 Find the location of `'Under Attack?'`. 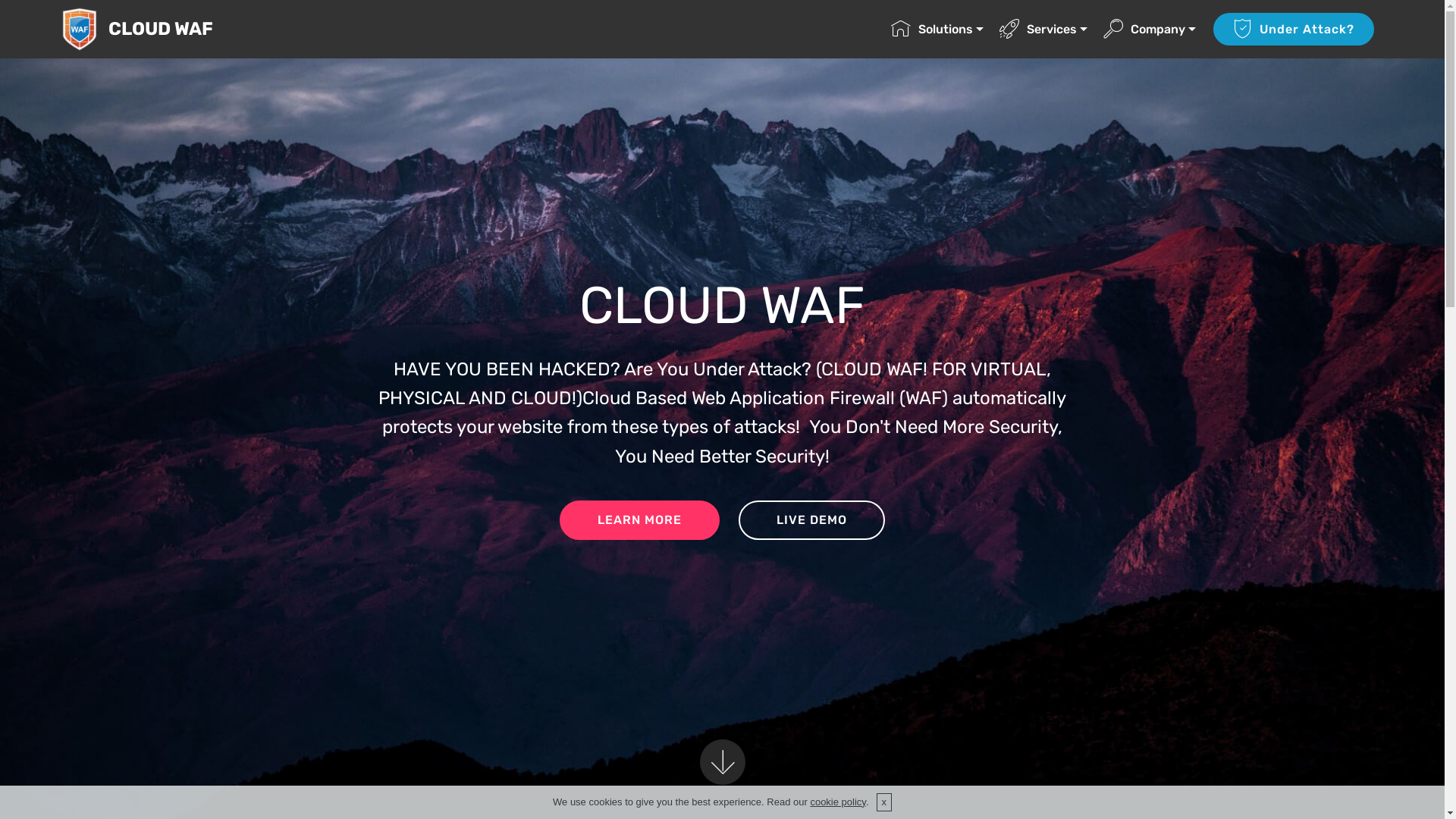

'Under Attack?' is located at coordinates (1212, 29).